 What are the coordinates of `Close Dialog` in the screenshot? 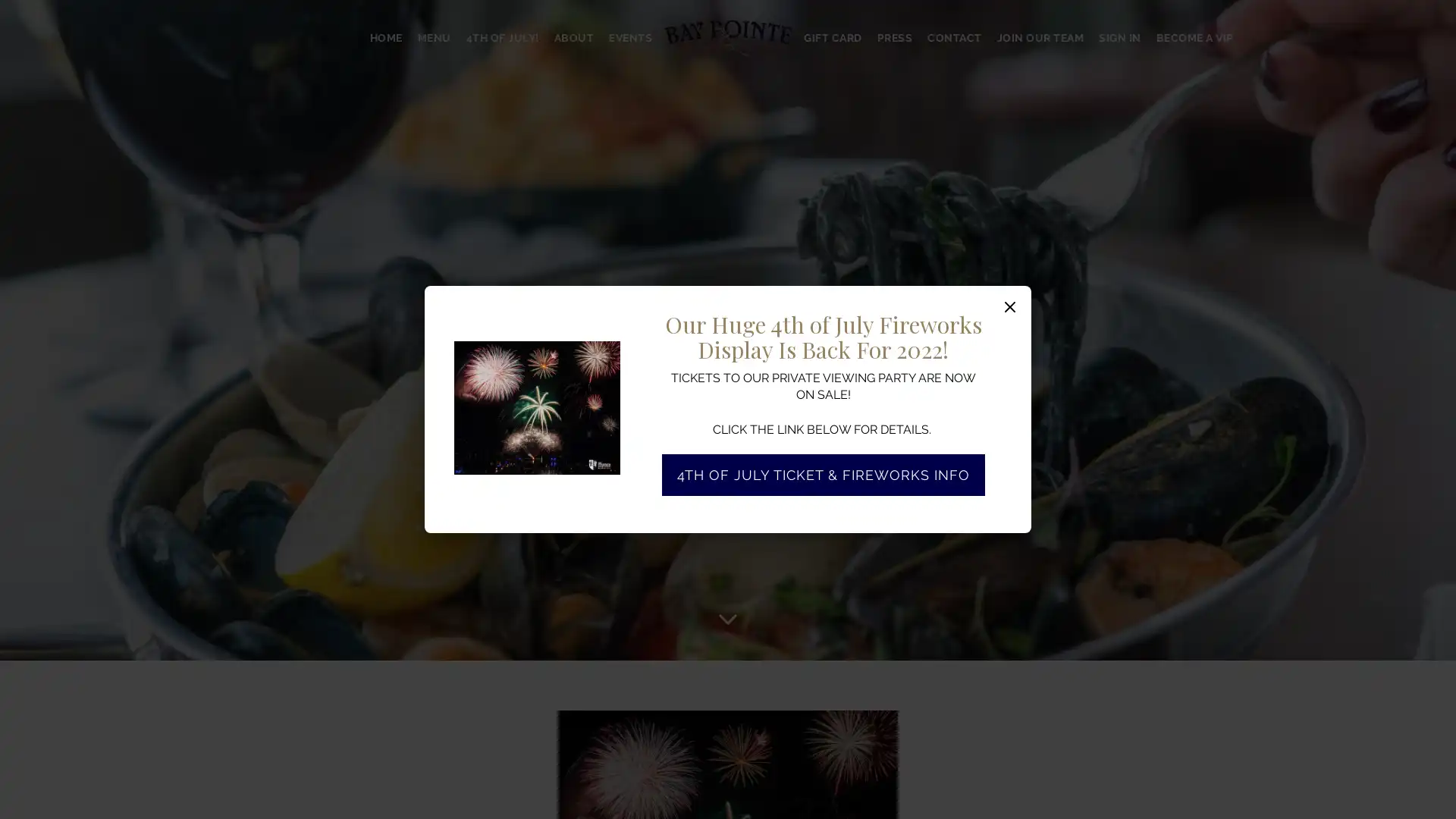 It's located at (1010, 306).